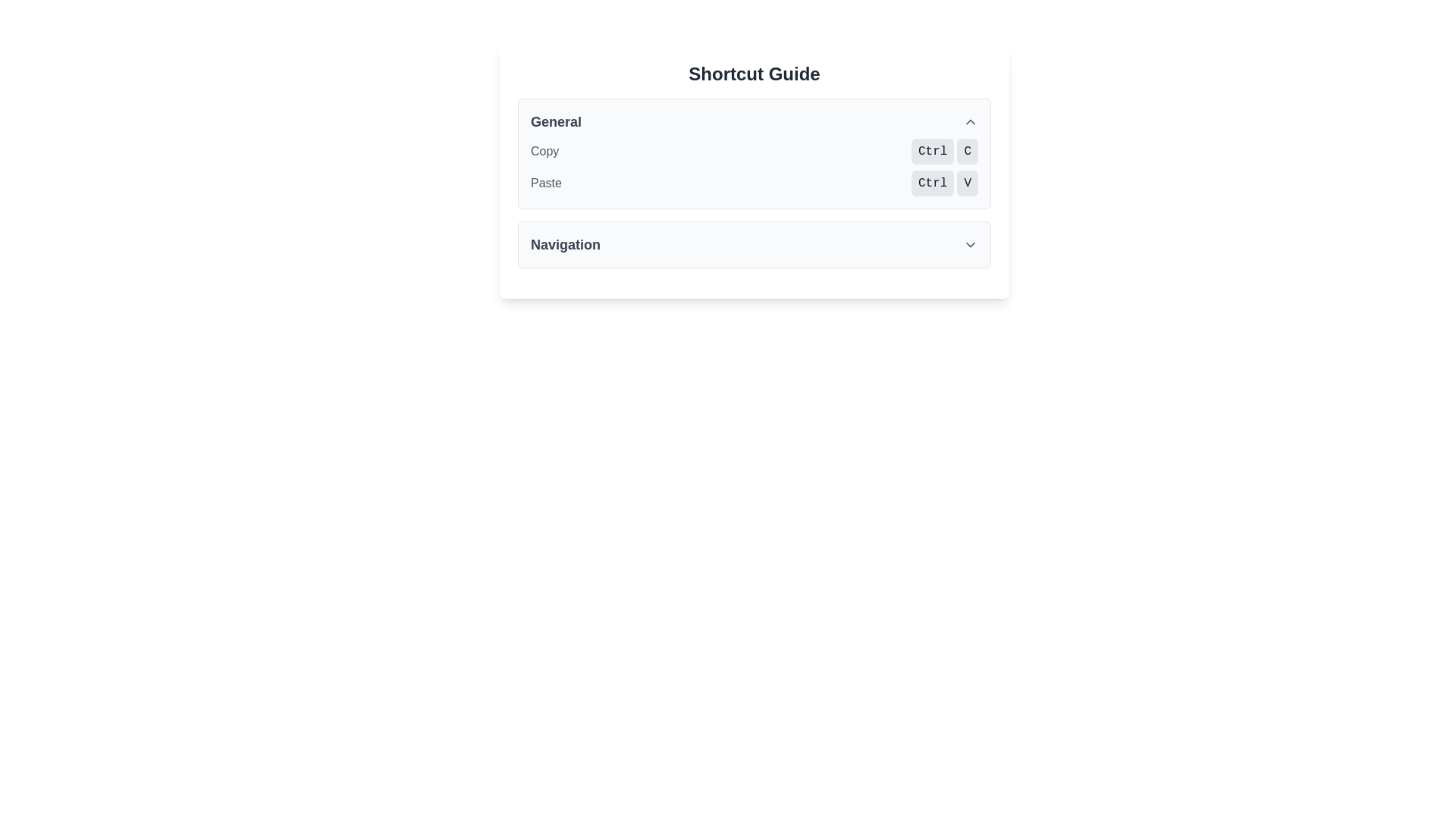 This screenshot has width=1456, height=819. I want to click on the 'Ctrl' button in the 'Paste' row of the 'Shortcut Guide' interface, which is the first button in the pair to the left of the 'V' button, so click(932, 183).